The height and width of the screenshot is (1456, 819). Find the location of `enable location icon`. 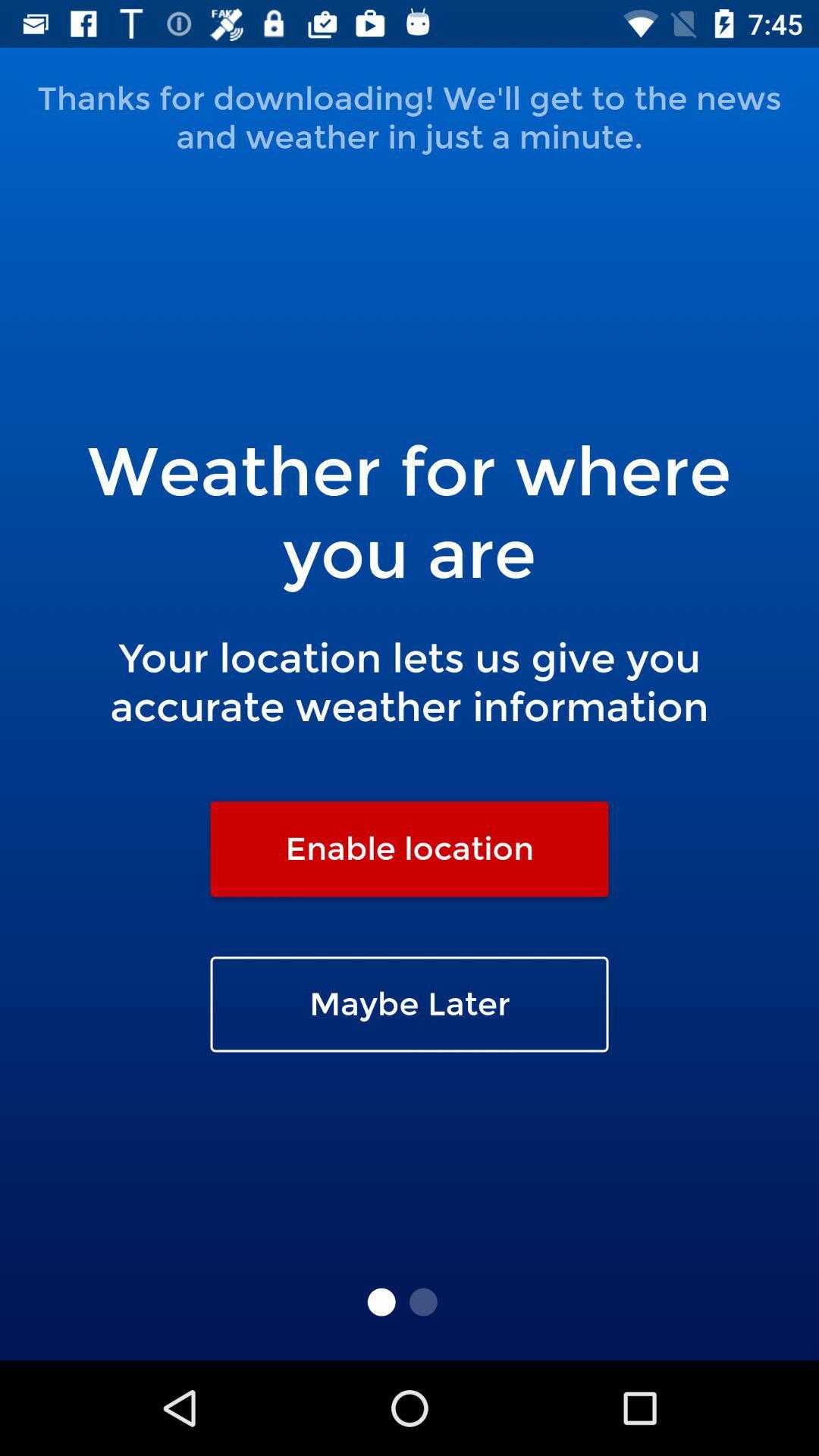

enable location icon is located at coordinates (409, 848).